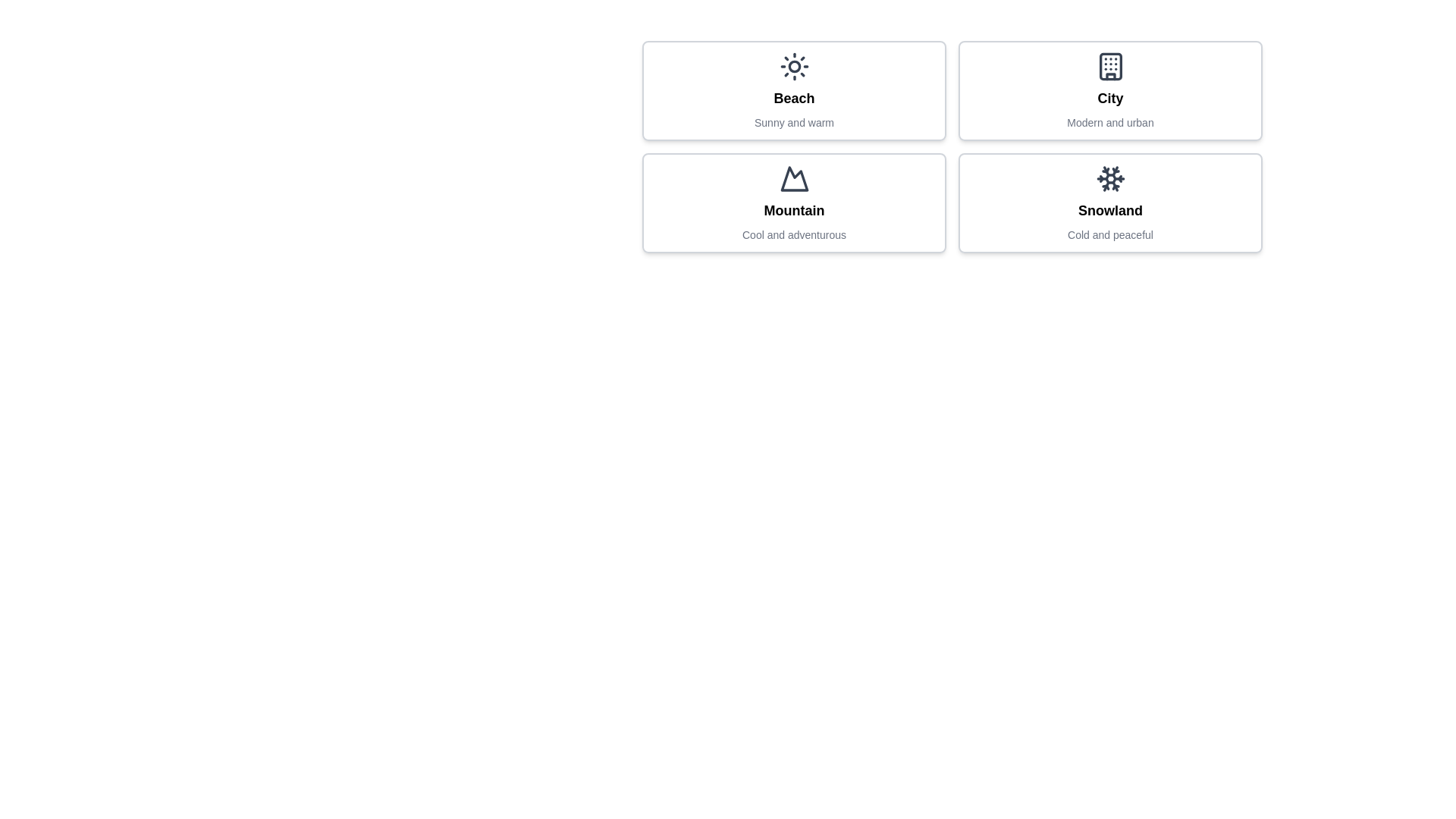 The height and width of the screenshot is (819, 1456). Describe the element at coordinates (793, 234) in the screenshot. I see `the text label displaying 'Cool and adventurous' in gray color, located under the 'Mountain' label within a card styled with a border and shadow` at that location.